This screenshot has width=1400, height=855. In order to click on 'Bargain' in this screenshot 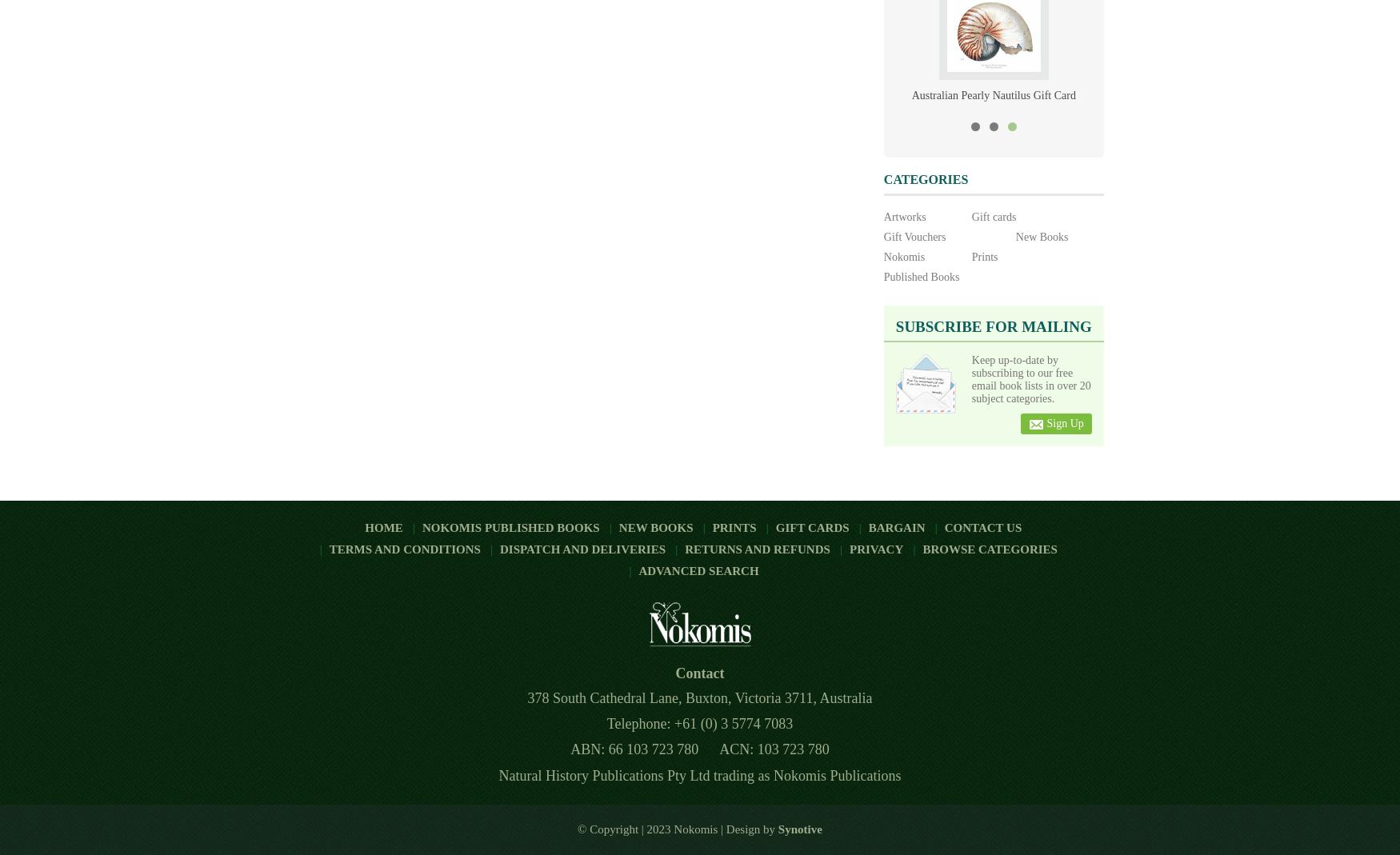, I will do `click(896, 527)`.